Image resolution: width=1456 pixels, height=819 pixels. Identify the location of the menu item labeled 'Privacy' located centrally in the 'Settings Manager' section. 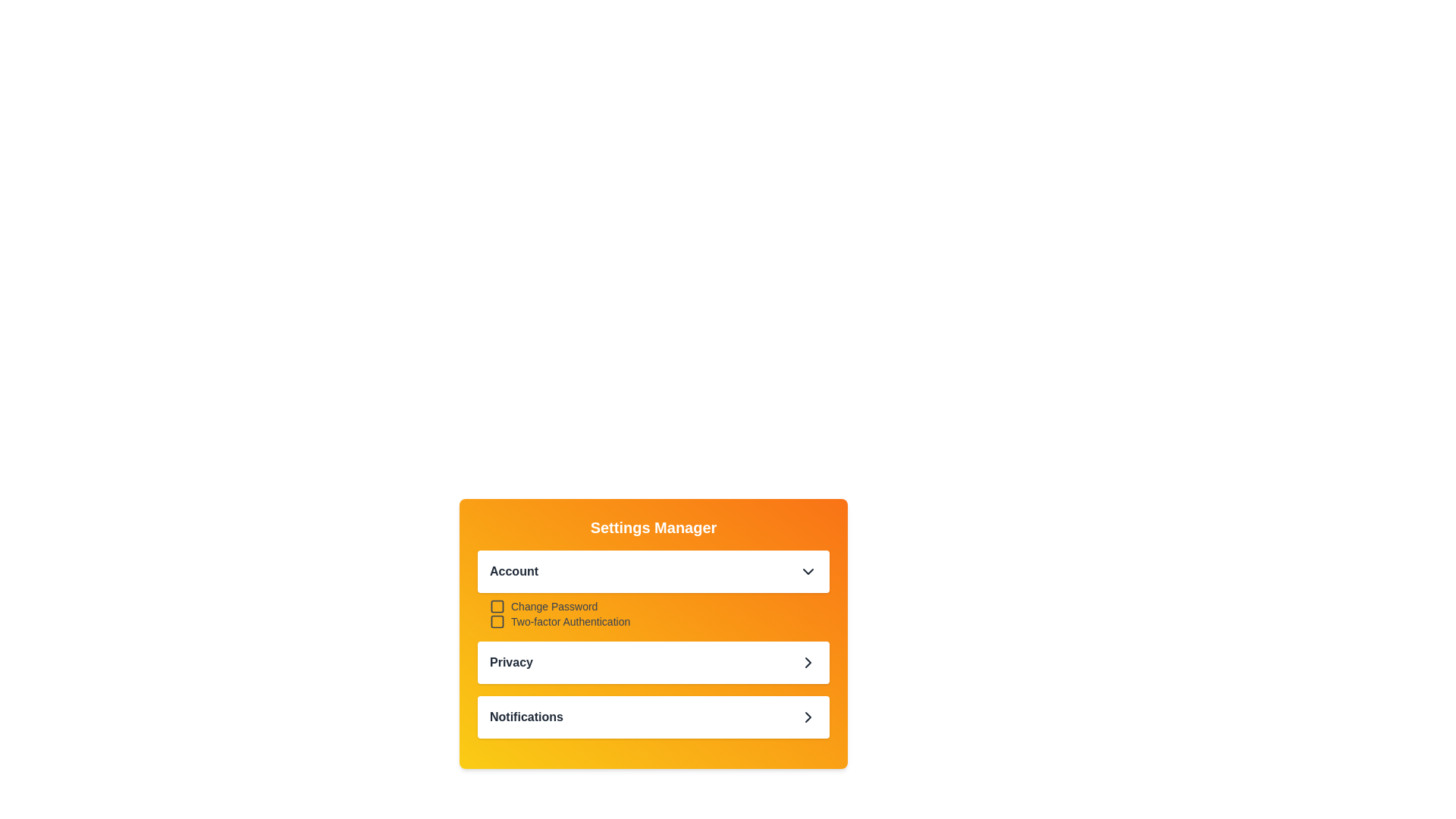
(654, 662).